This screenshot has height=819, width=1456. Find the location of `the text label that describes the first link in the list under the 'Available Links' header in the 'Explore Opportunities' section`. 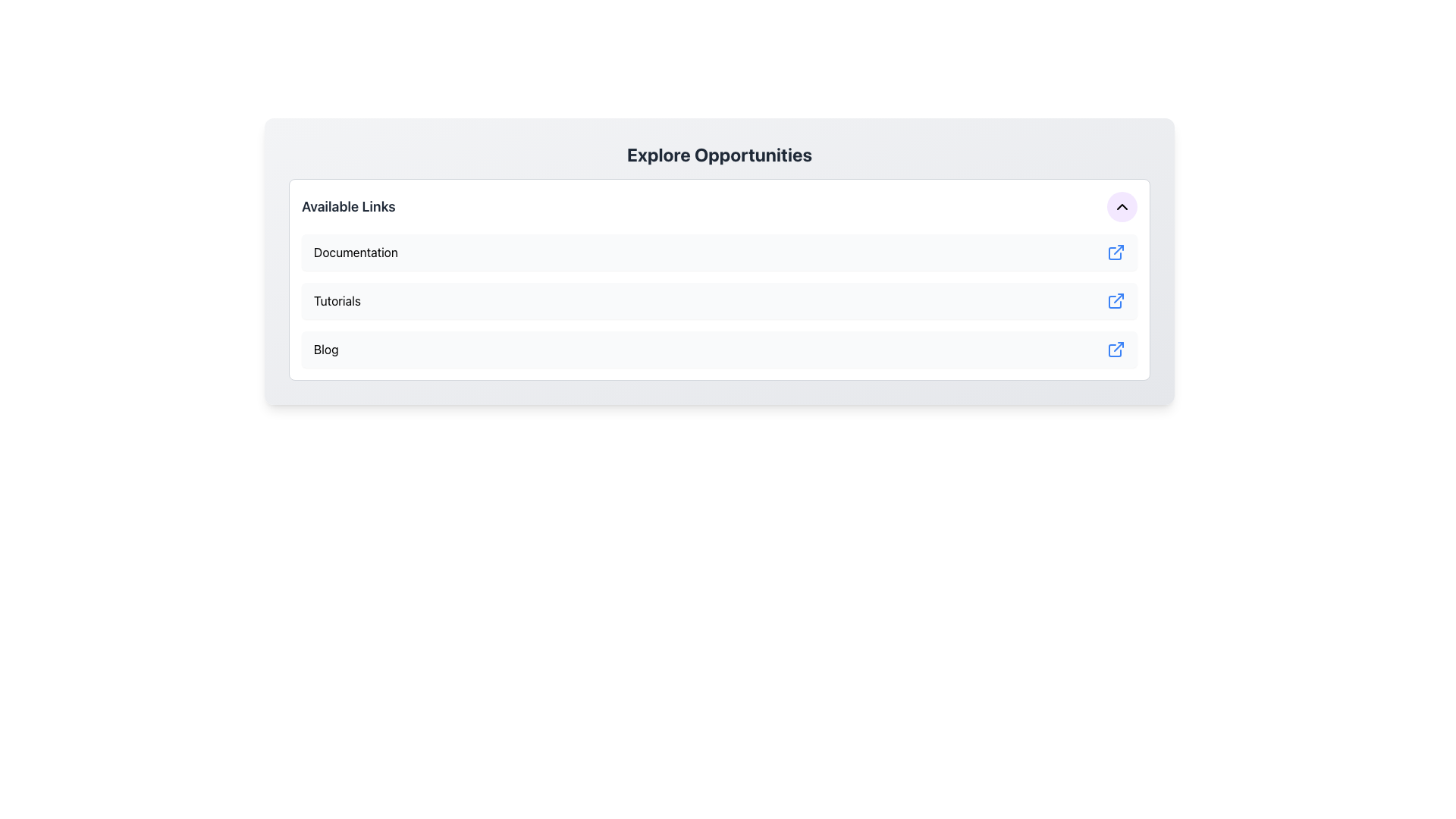

the text label that describes the first link in the list under the 'Available Links' header in the 'Explore Opportunities' section is located at coordinates (355, 251).